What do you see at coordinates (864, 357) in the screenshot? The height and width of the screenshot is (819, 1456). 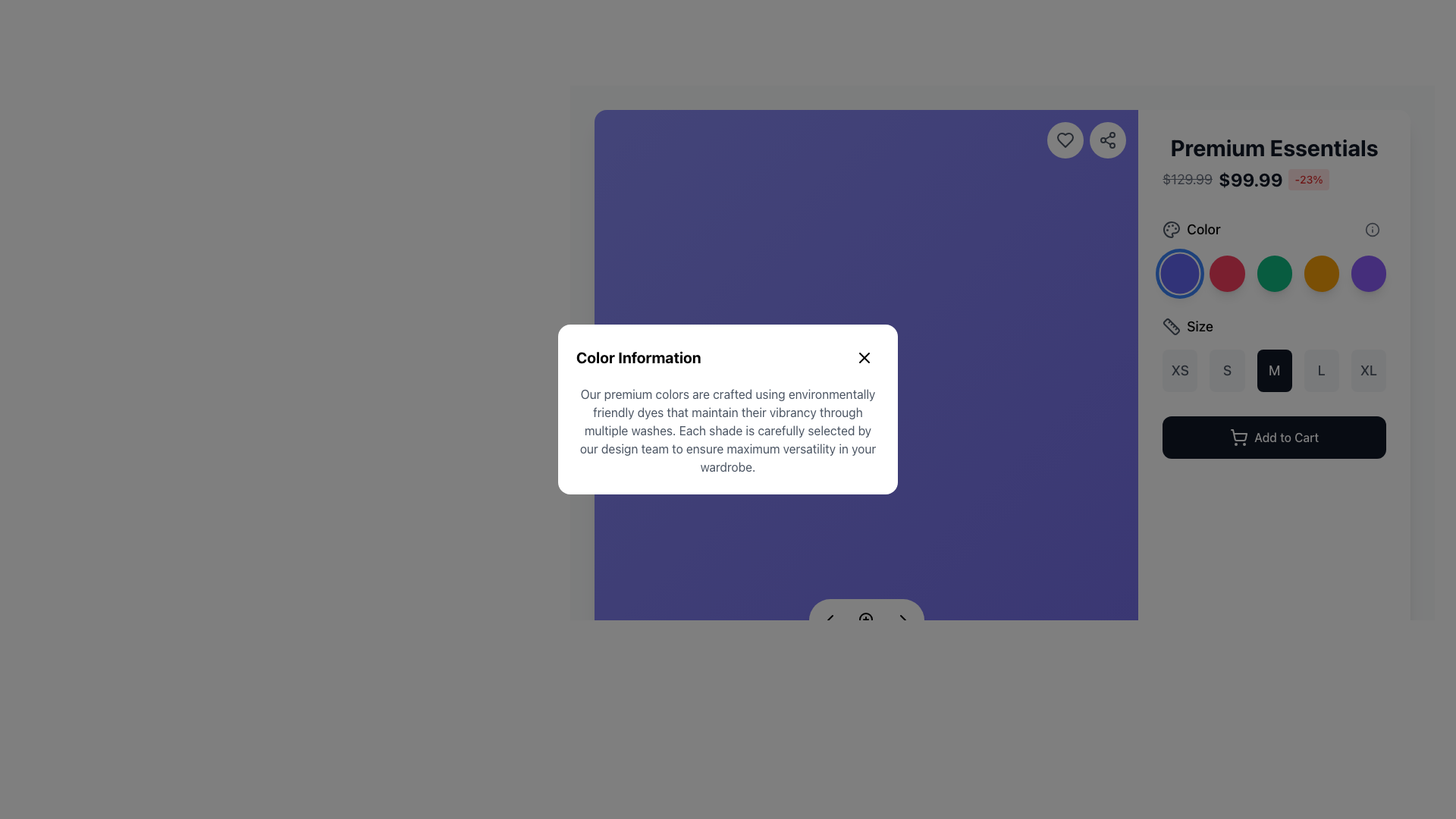 I see `the 'X' button located in the top-right corner of the 'Color Information' pop-up` at bounding box center [864, 357].